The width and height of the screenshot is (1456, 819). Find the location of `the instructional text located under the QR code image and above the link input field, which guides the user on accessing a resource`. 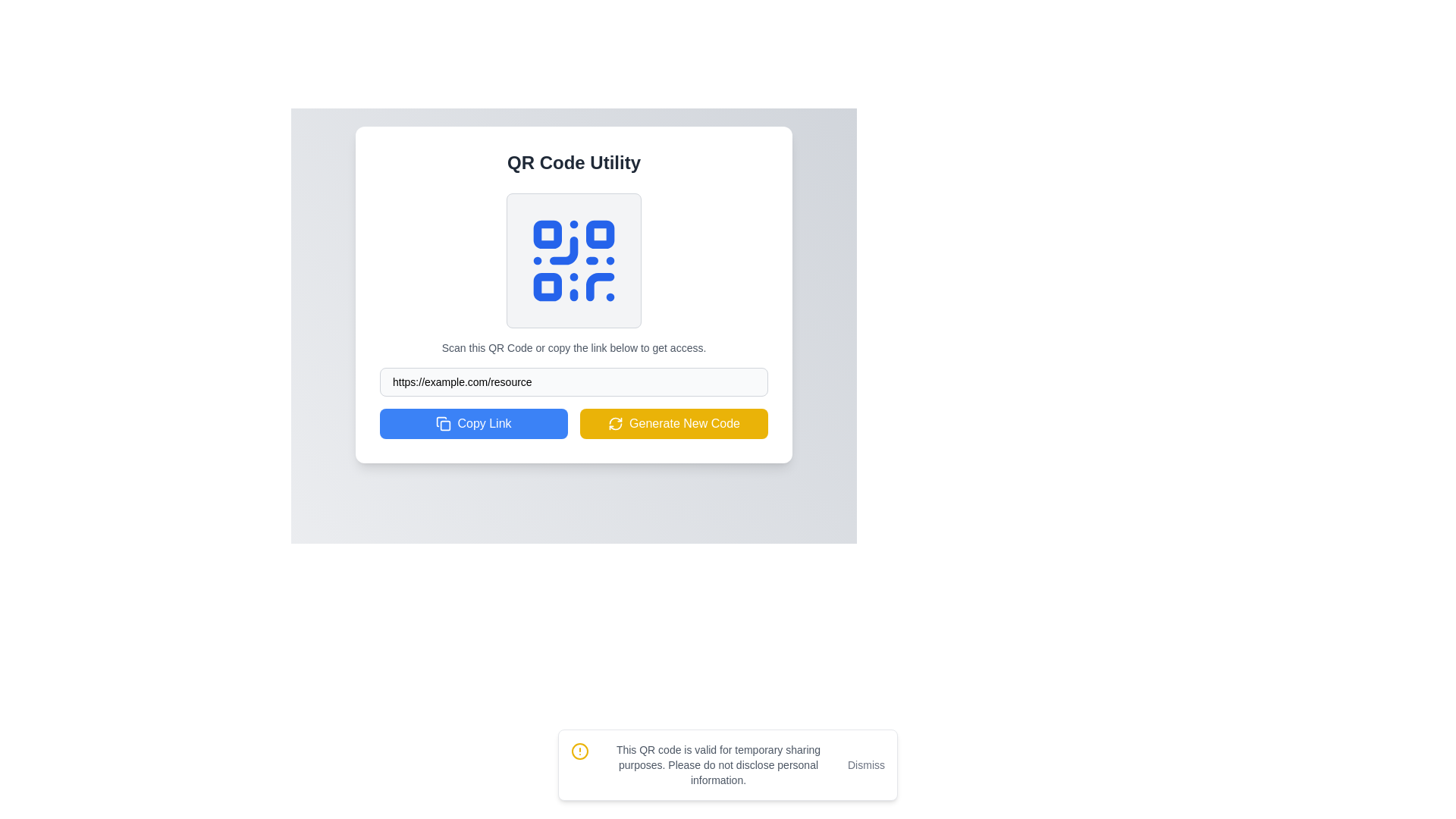

the instructional text located under the QR code image and above the link input field, which guides the user on accessing a resource is located at coordinates (573, 348).